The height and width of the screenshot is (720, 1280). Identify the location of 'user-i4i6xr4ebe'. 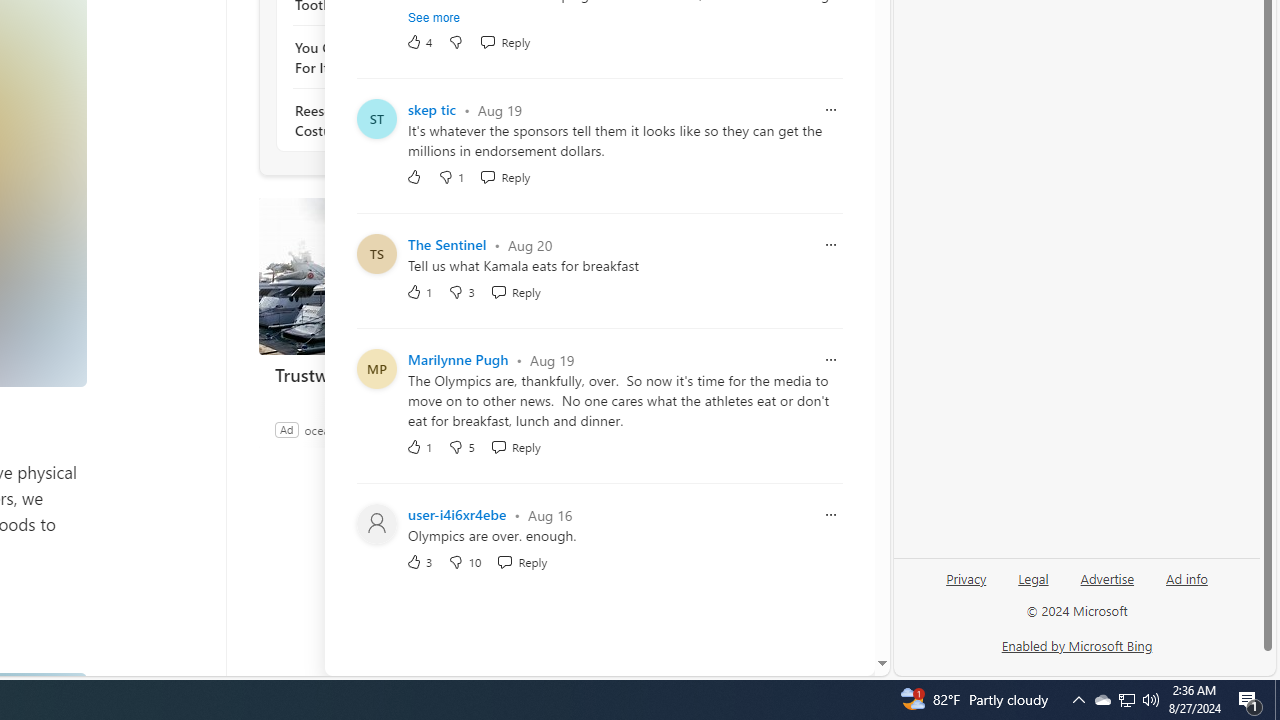
(456, 513).